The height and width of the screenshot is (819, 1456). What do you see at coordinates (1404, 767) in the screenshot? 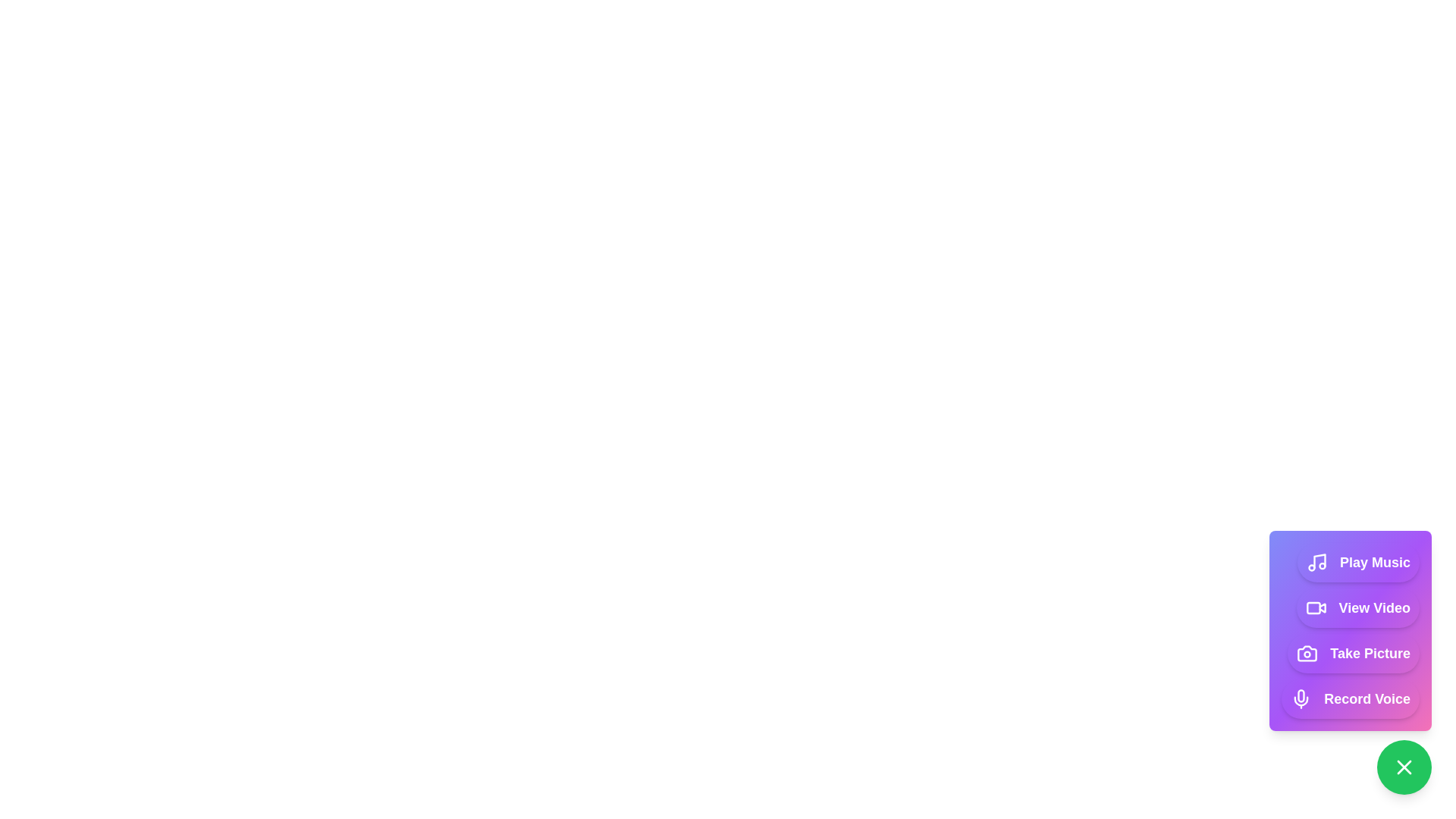
I see `toggle button at the bottom-right corner to hide the menu` at bounding box center [1404, 767].